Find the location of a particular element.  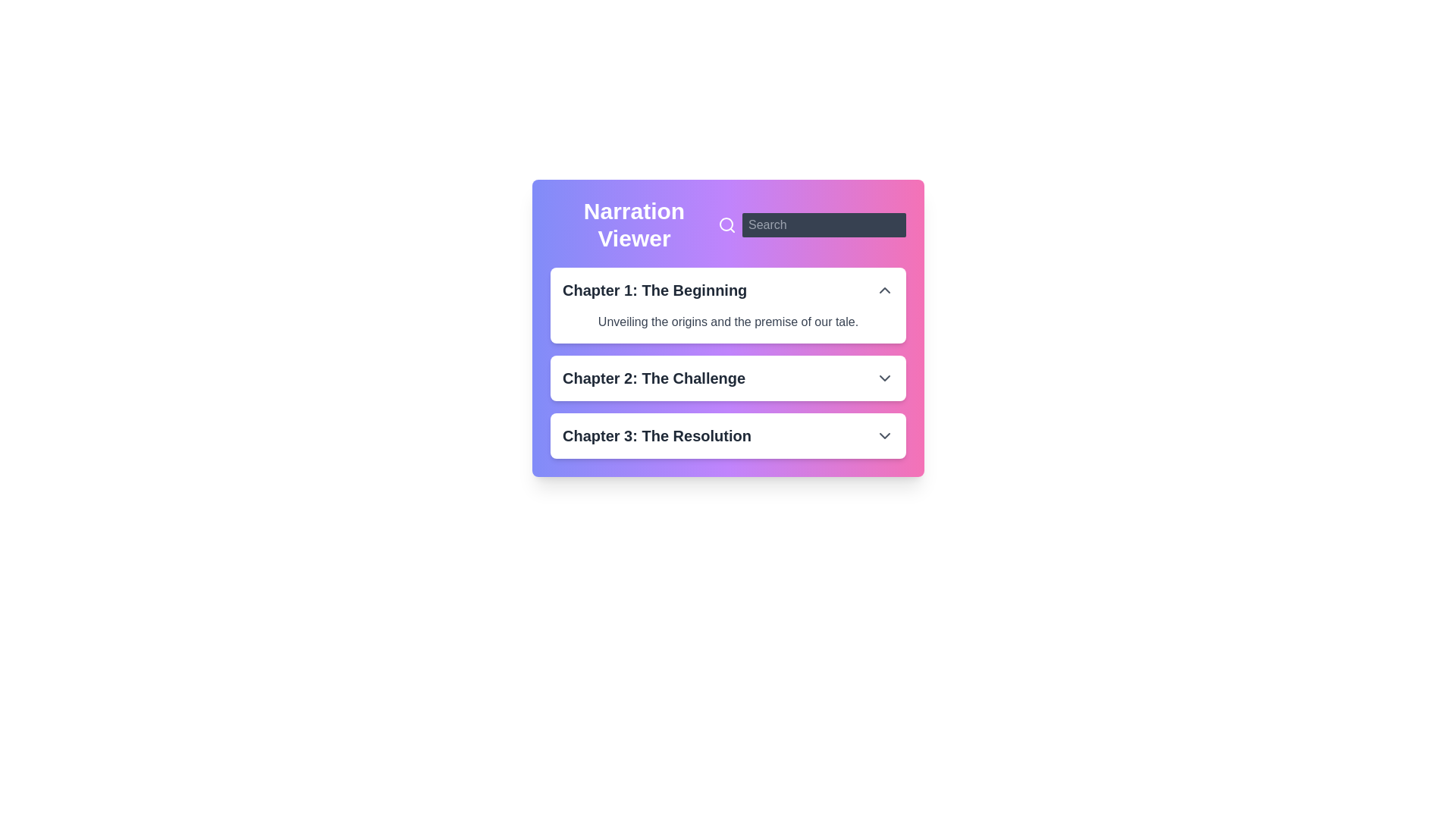

the Expandable list item labeled 'Chapter 2: The Challenge' is located at coordinates (728, 377).